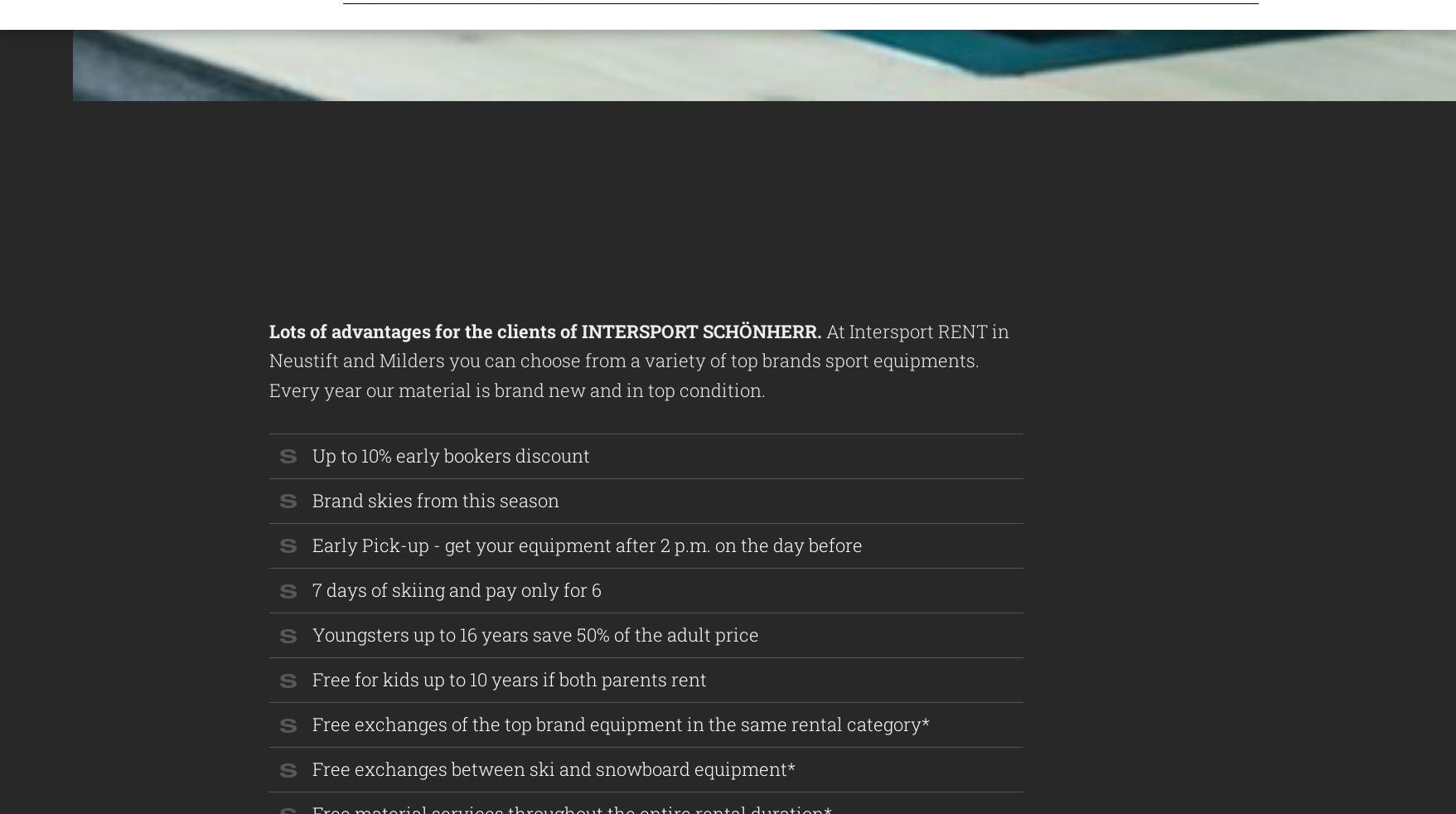 The image size is (1456, 814). Describe the element at coordinates (436, 499) in the screenshot. I see `'Brand skies from this season'` at that location.